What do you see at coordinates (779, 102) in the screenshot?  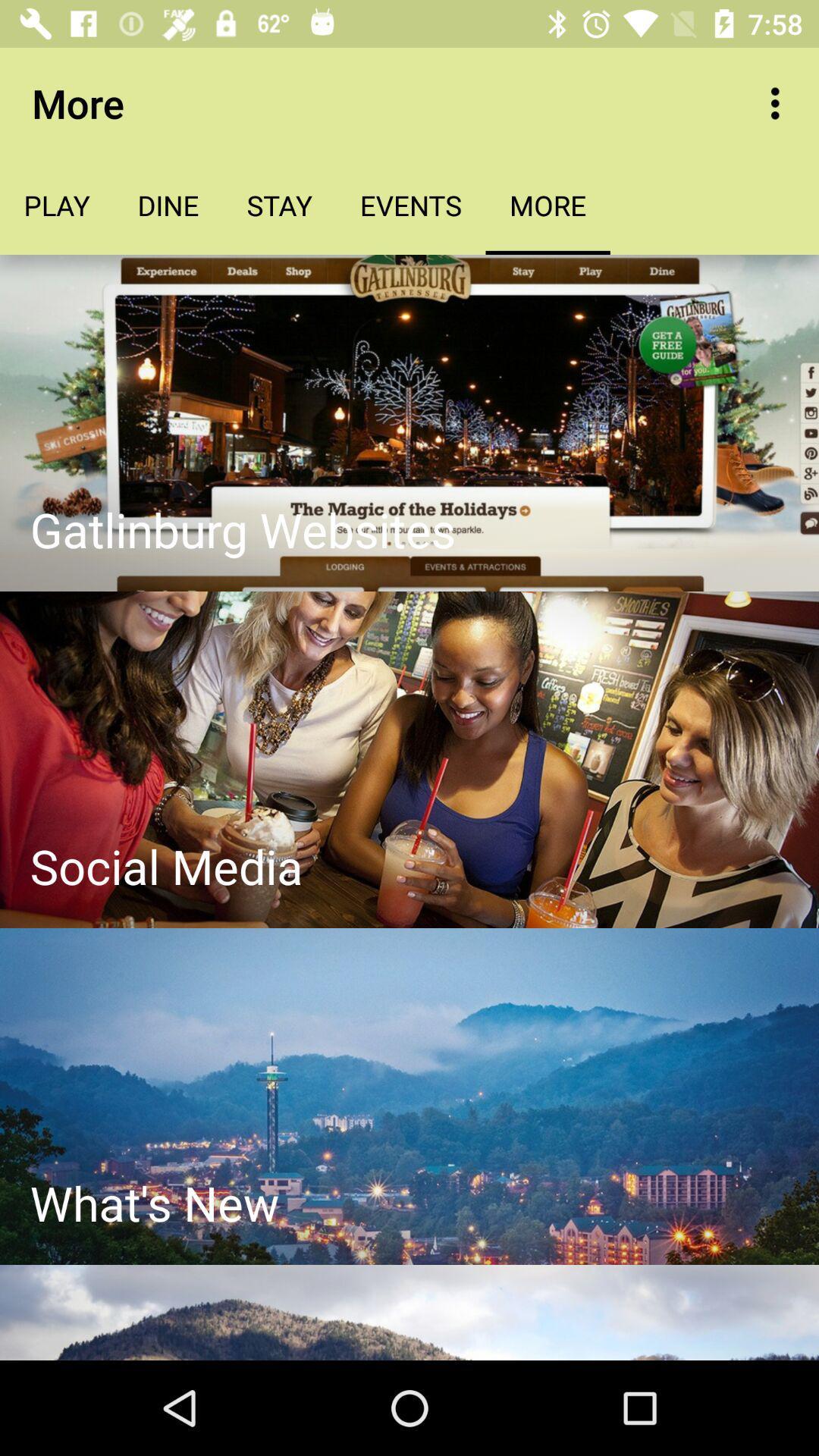 I see `the app to the right of more` at bounding box center [779, 102].